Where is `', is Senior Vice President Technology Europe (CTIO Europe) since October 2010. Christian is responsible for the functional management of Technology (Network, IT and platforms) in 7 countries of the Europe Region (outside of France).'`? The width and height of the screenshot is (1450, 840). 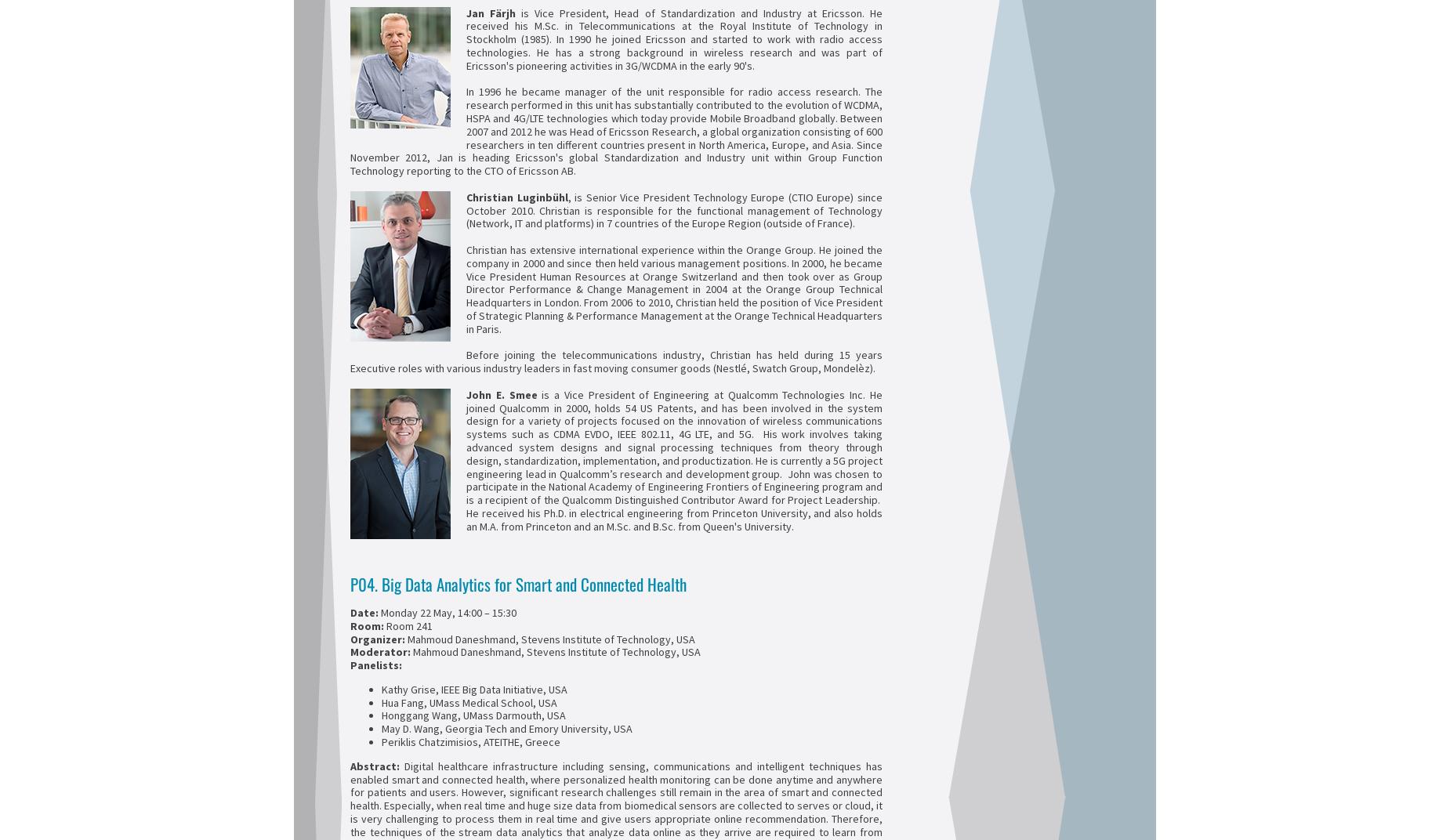 ', is Senior Vice President Technology Europe (CTIO Europe) since October 2010. Christian is responsible for the functional management of Technology (Network, IT and platforms) in 7 countries of the Europe Region (outside of France).' is located at coordinates (466, 210).